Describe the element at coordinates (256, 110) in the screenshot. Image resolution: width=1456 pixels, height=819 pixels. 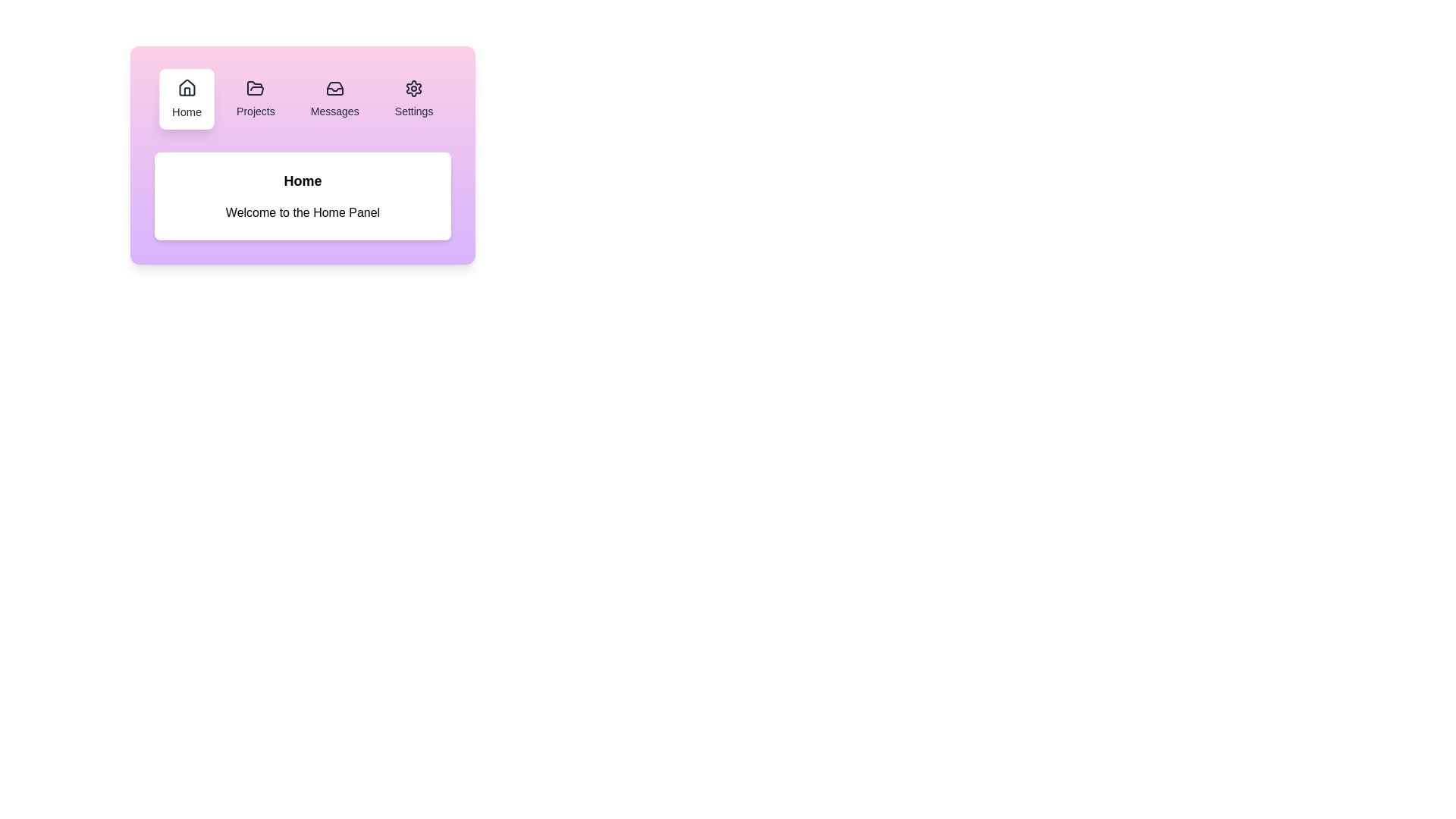
I see `the 'Projects' text label in the navigation bar, which indicates the section that directs to project-related functionality` at that location.